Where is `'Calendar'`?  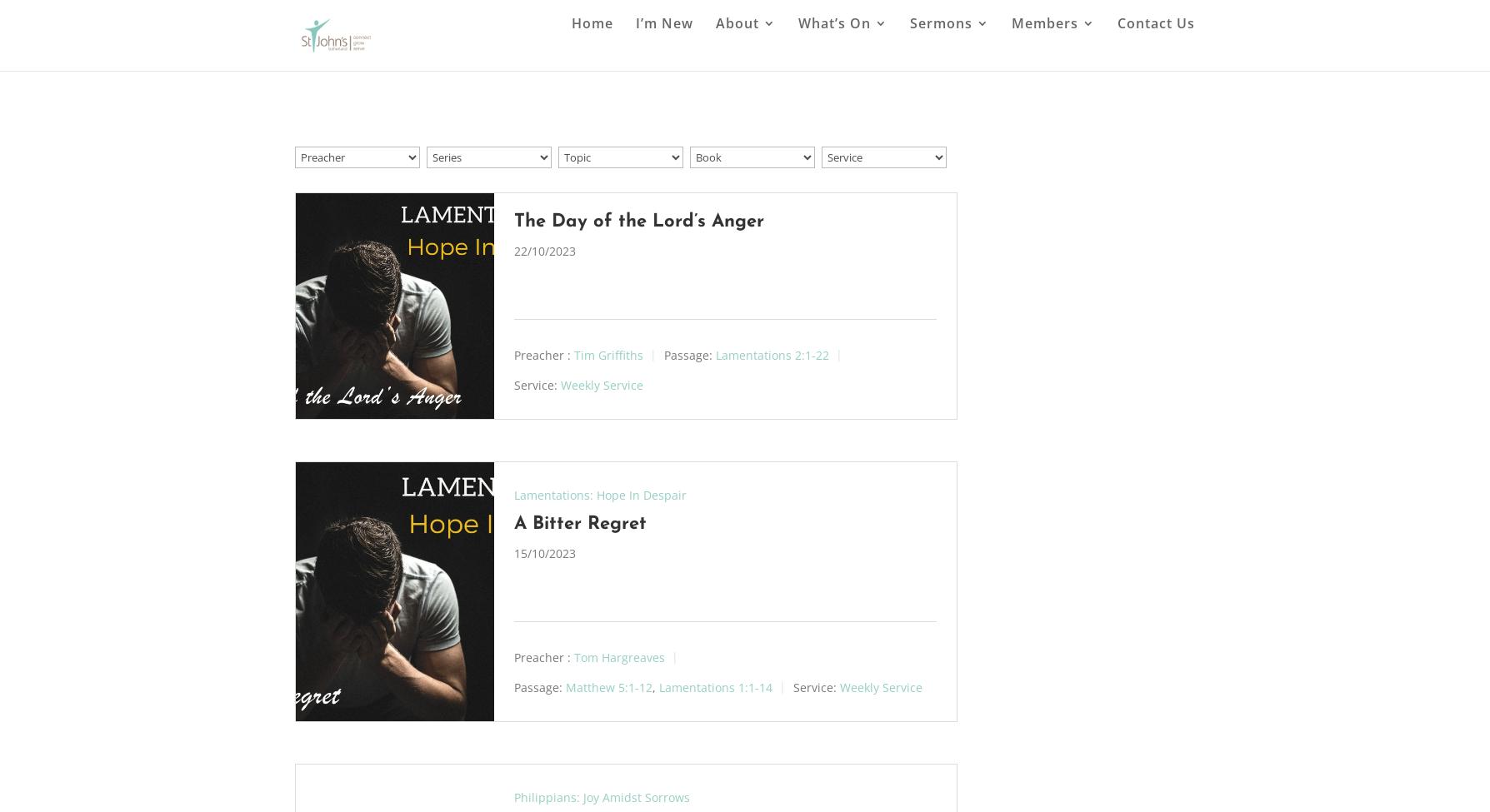 'Calendar' is located at coordinates (862, 164).